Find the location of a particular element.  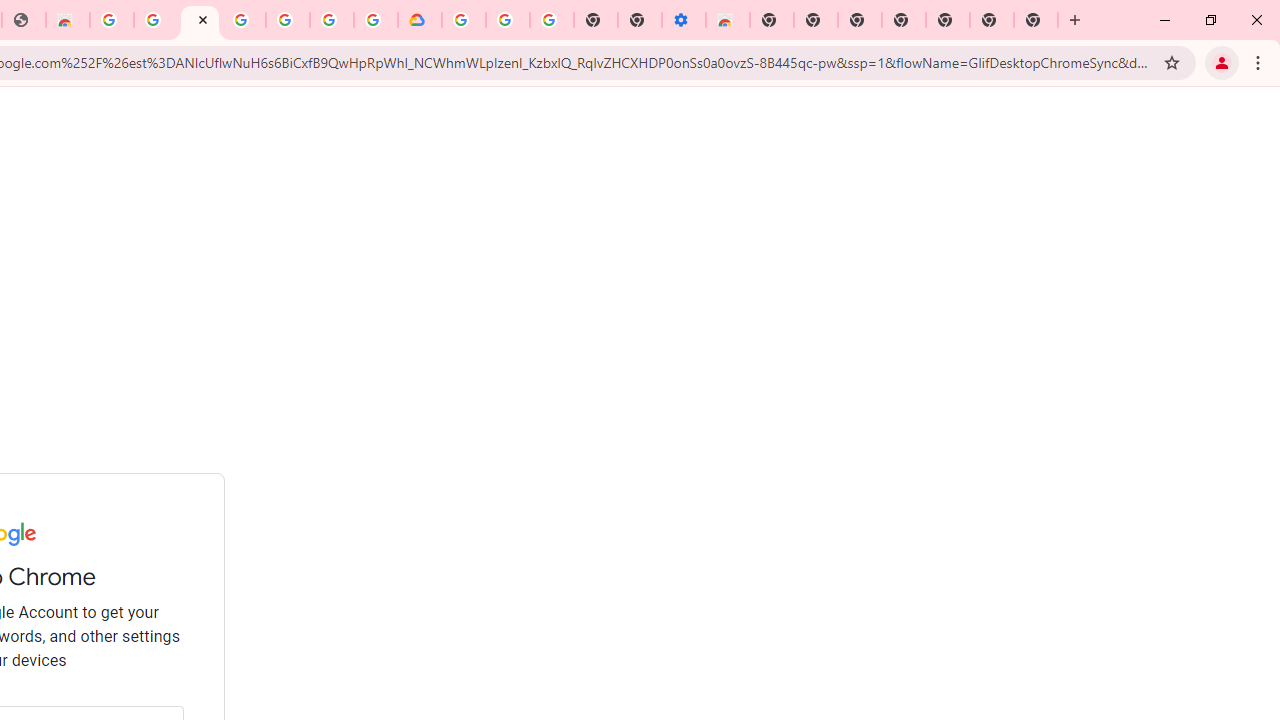

'New Tab' is located at coordinates (1036, 20).